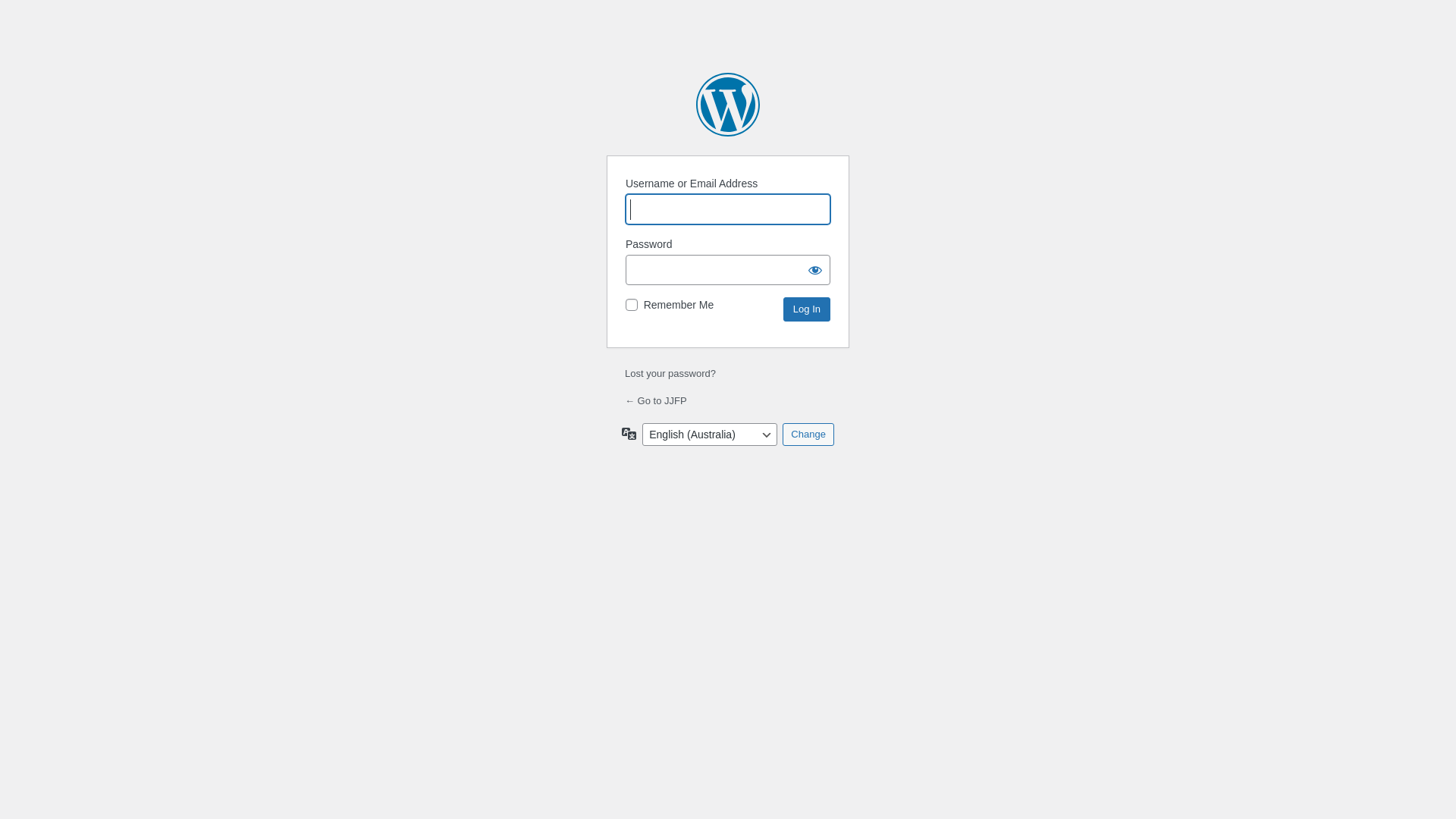  I want to click on 'Powered by WordPress', so click(695, 104).